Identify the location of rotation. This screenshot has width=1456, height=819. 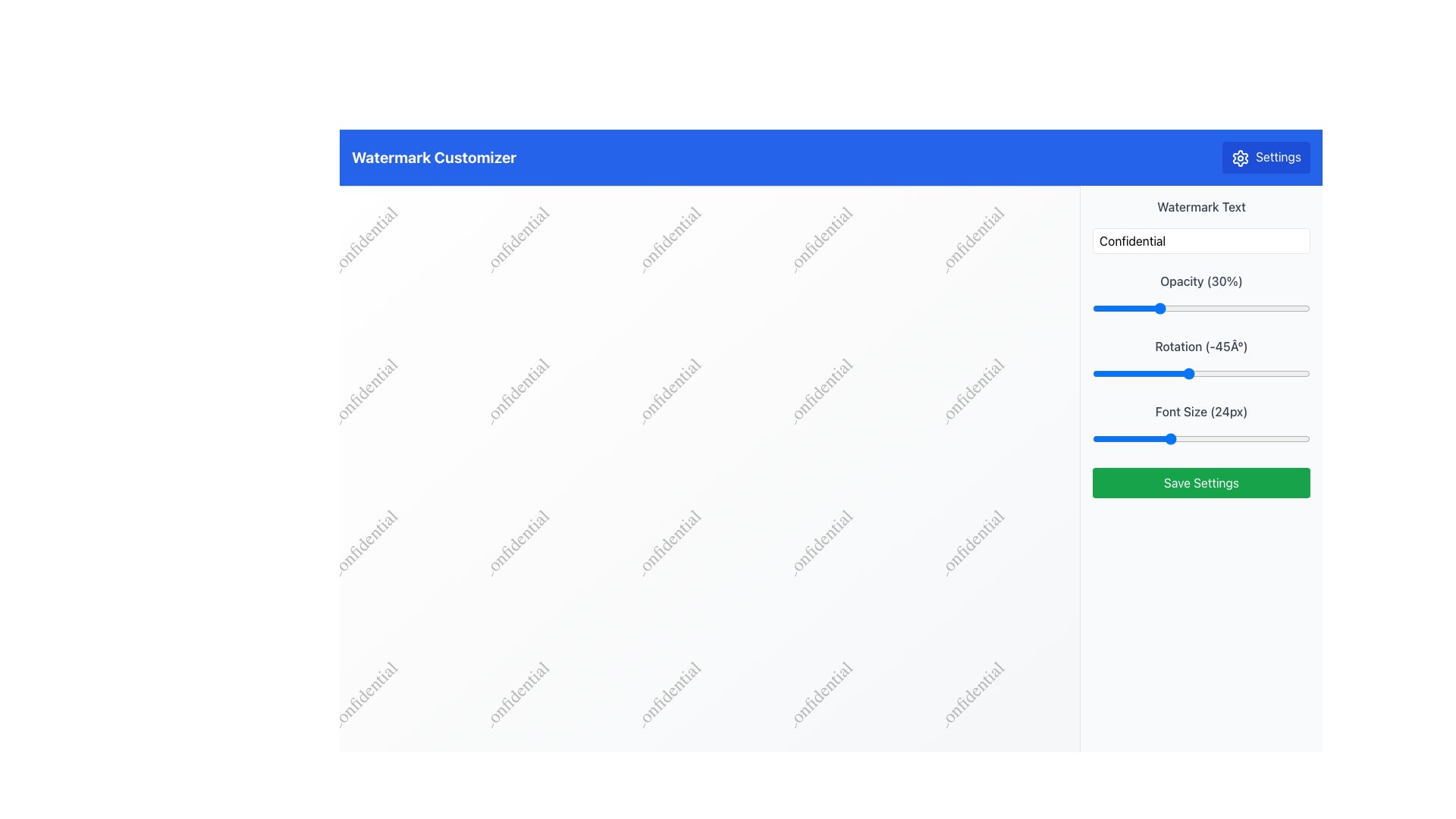
(1137, 373).